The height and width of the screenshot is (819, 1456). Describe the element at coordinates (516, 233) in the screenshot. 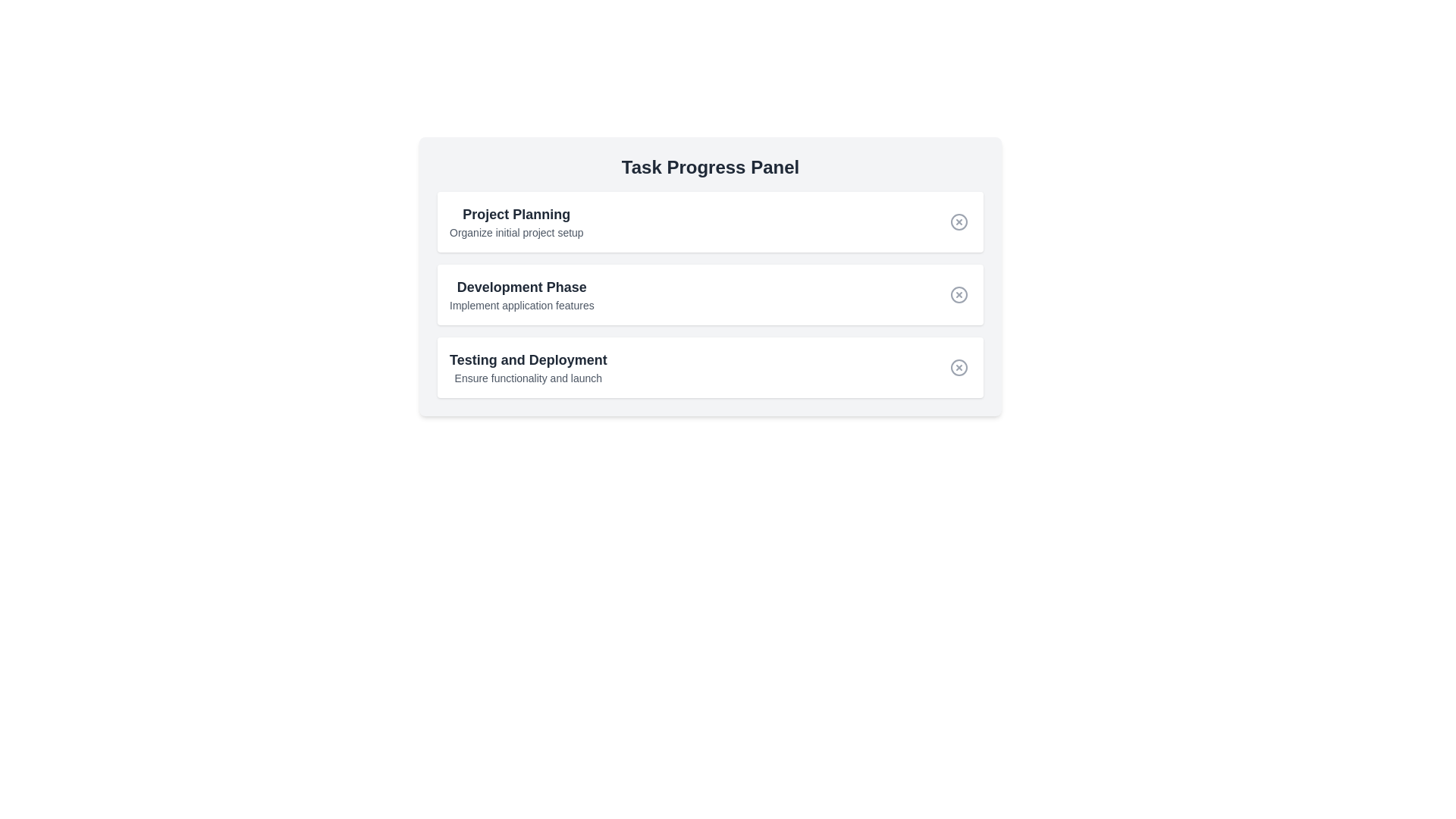

I see `the text label that provides additional details for the 'Project Planning' task, located directly below the 'Project Planning' title` at that location.